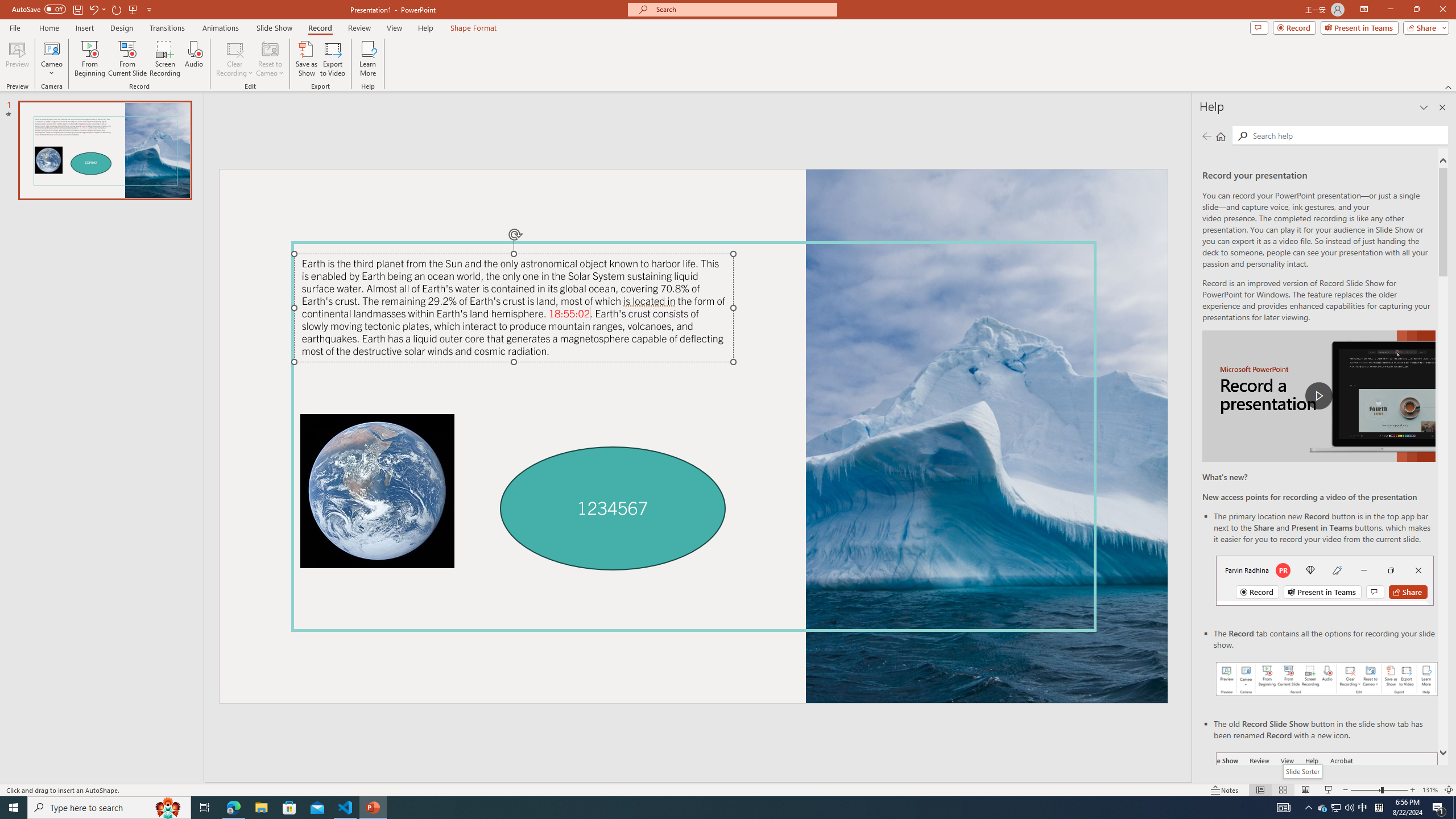  I want to click on 'Zoom 131%', so click(1430, 790).